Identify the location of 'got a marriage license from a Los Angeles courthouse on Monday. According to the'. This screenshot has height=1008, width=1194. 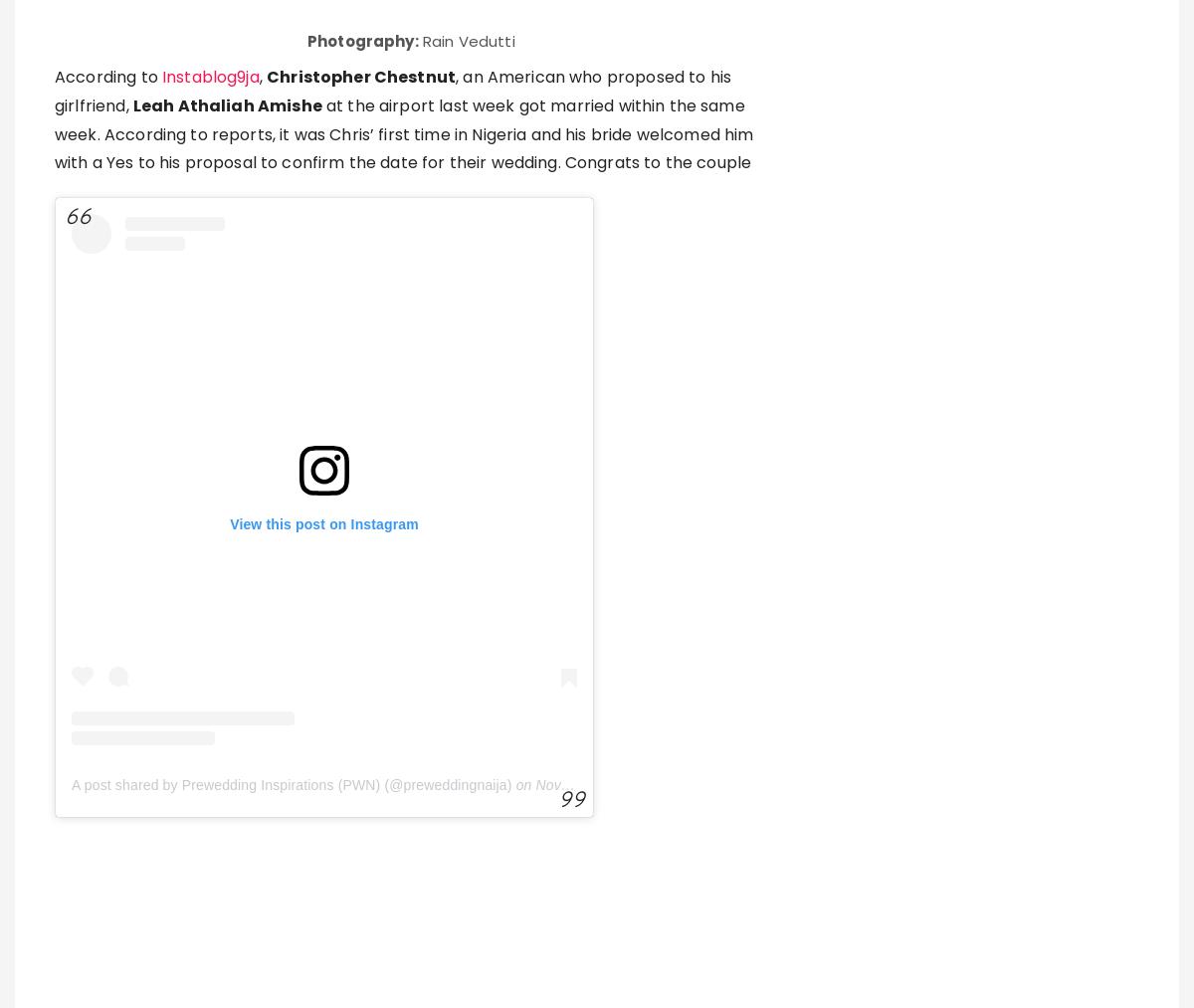
(410, 566).